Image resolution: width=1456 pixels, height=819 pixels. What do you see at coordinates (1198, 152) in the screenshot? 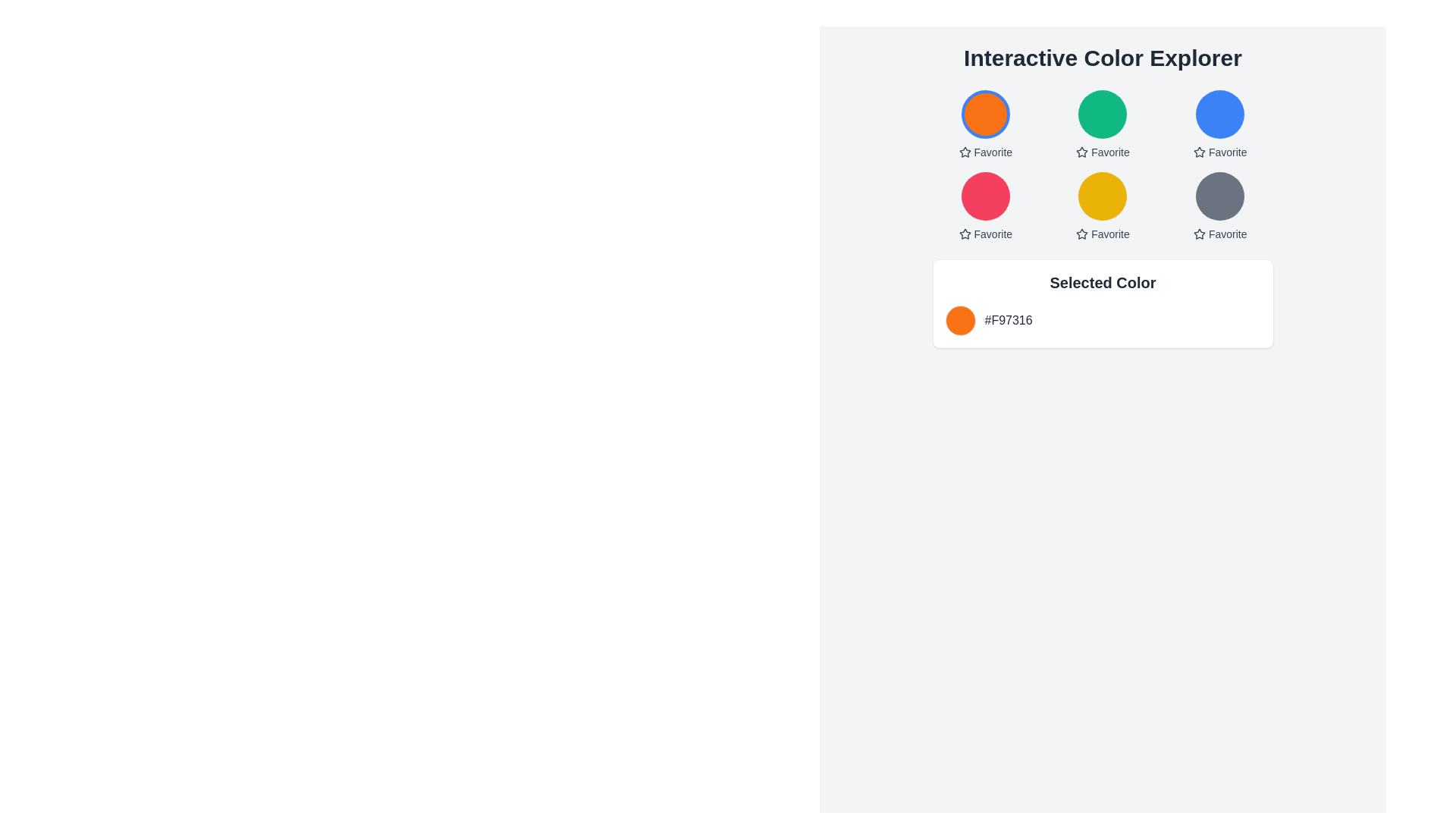
I see `the star icon next to the text 'Favorite' in the 'Interactive Color Explorer' section to mark the item as favorite` at bounding box center [1198, 152].